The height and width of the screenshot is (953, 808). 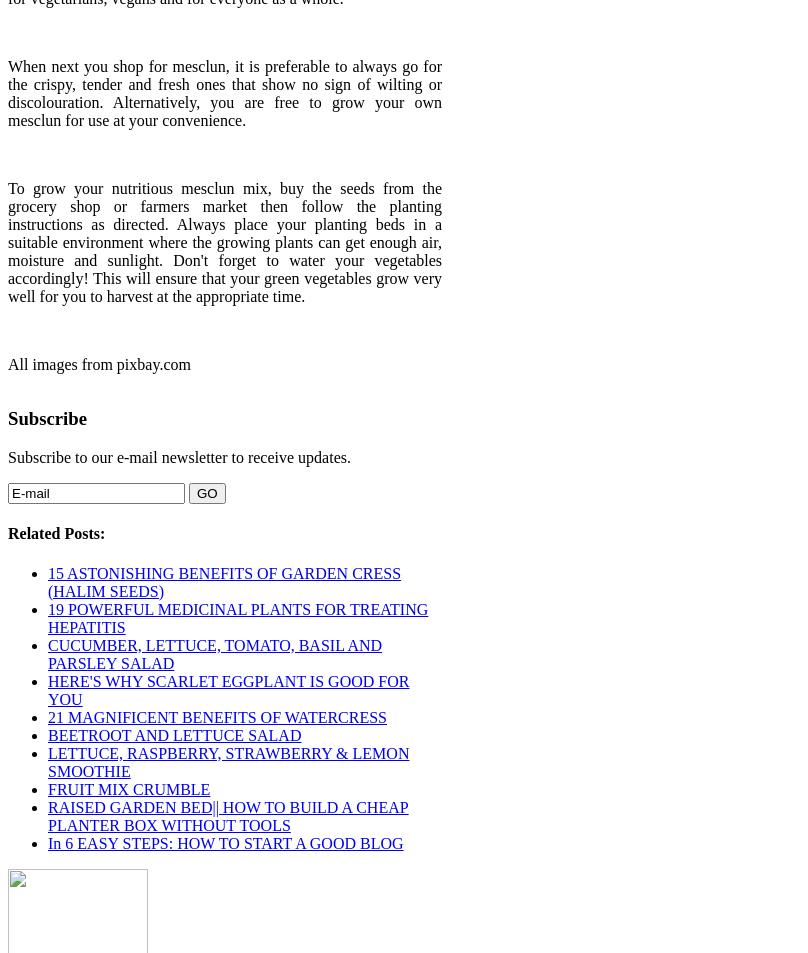 What do you see at coordinates (47, 617) in the screenshot?
I see `'19 POWERFUL MEDICINAL PLANTS FOR TREATING HEPATITIS'` at bounding box center [47, 617].